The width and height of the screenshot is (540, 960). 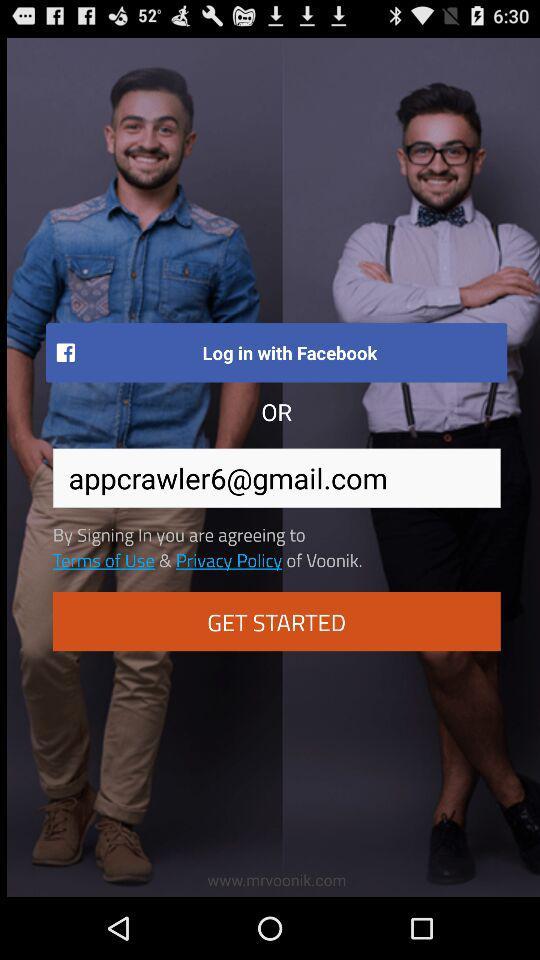 What do you see at coordinates (228, 559) in the screenshot?
I see `privacy policy item` at bounding box center [228, 559].